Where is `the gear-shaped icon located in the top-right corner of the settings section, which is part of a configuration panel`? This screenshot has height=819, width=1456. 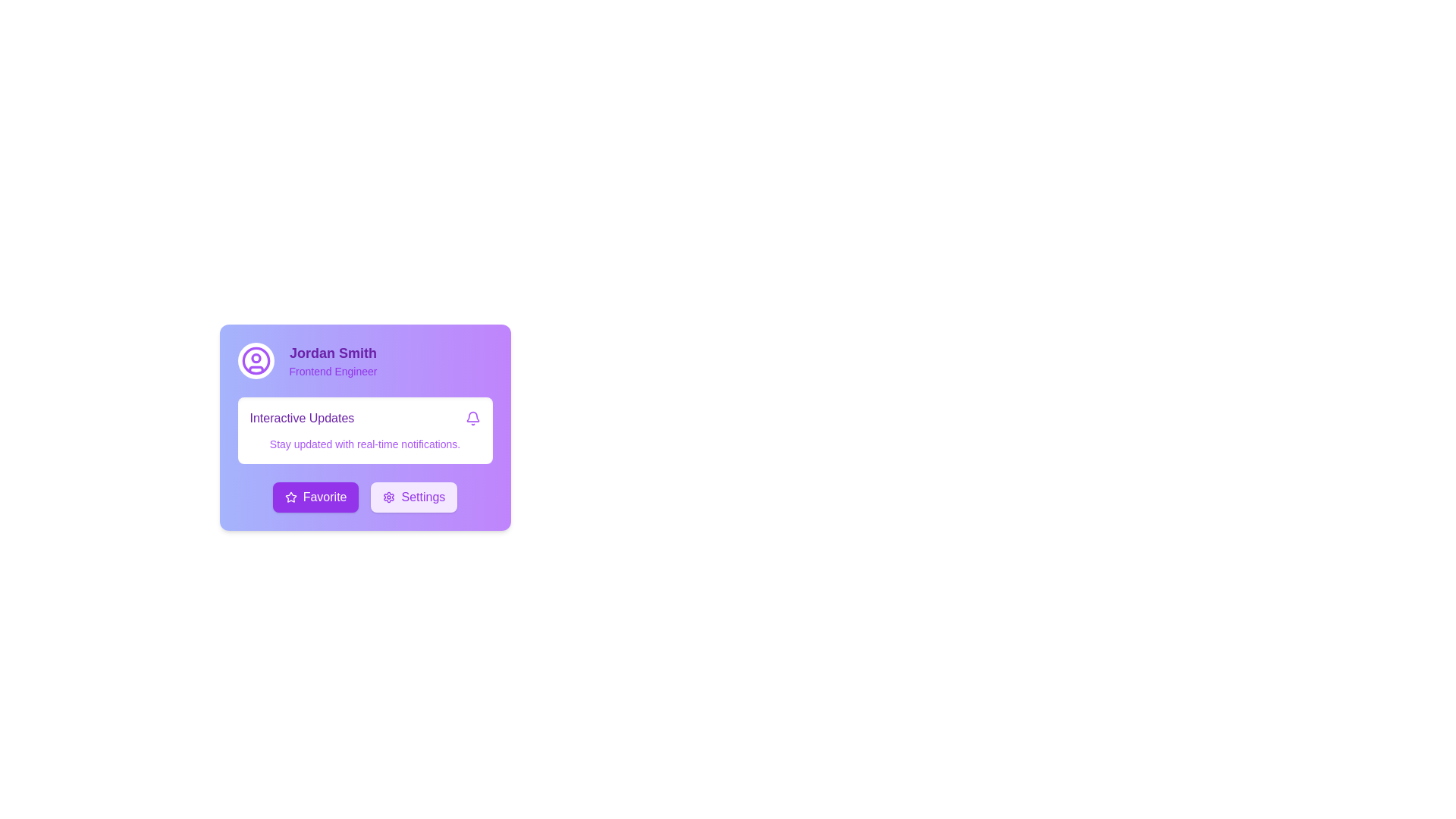 the gear-shaped icon located in the top-right corner of the settings section, which is part of a configuration panel is located at coordinates (389, 497).